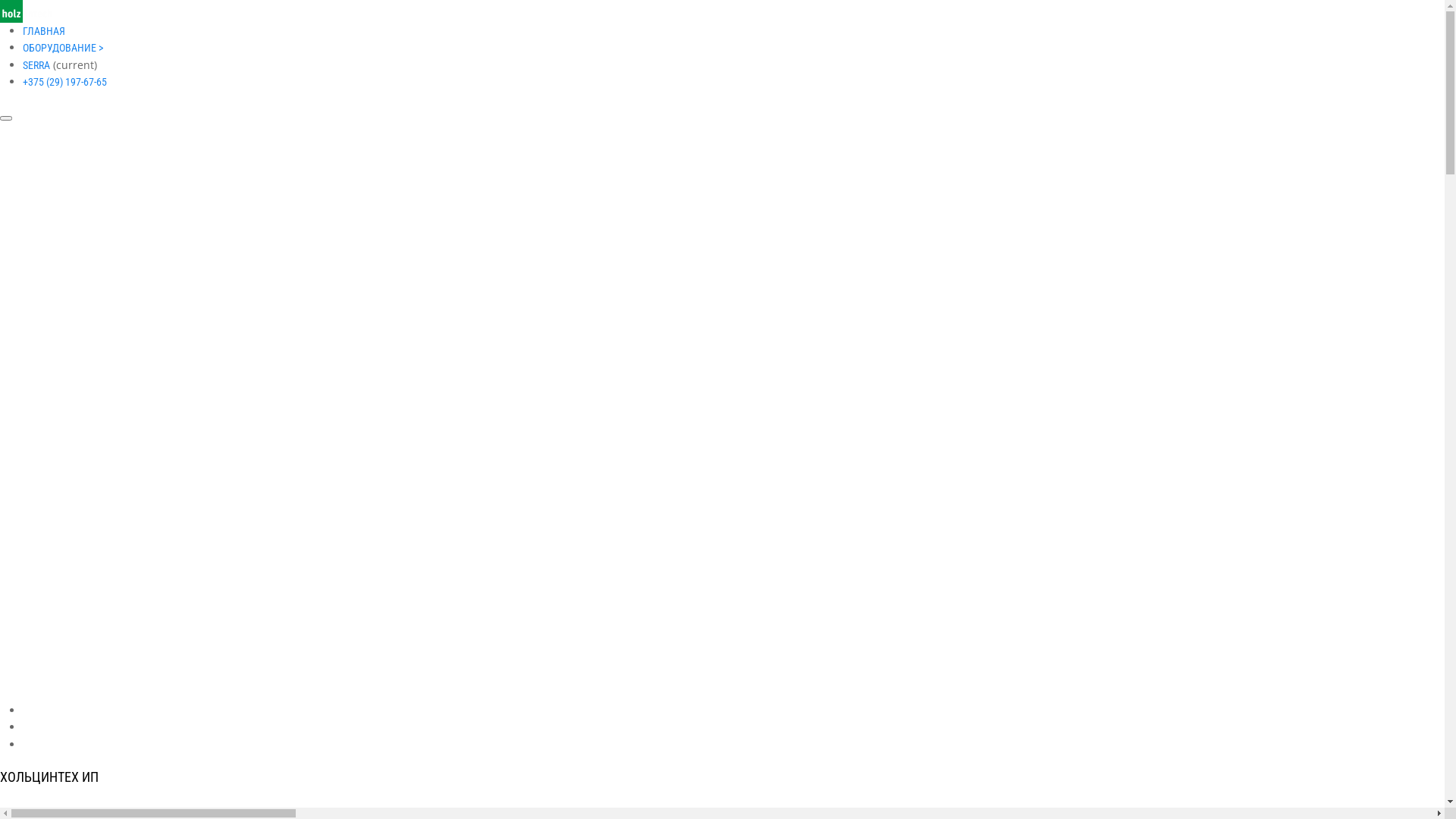 This screenshot has width=1456, height=819. I want to click on '+375 (29) 197-67-65', so click(64, 82).